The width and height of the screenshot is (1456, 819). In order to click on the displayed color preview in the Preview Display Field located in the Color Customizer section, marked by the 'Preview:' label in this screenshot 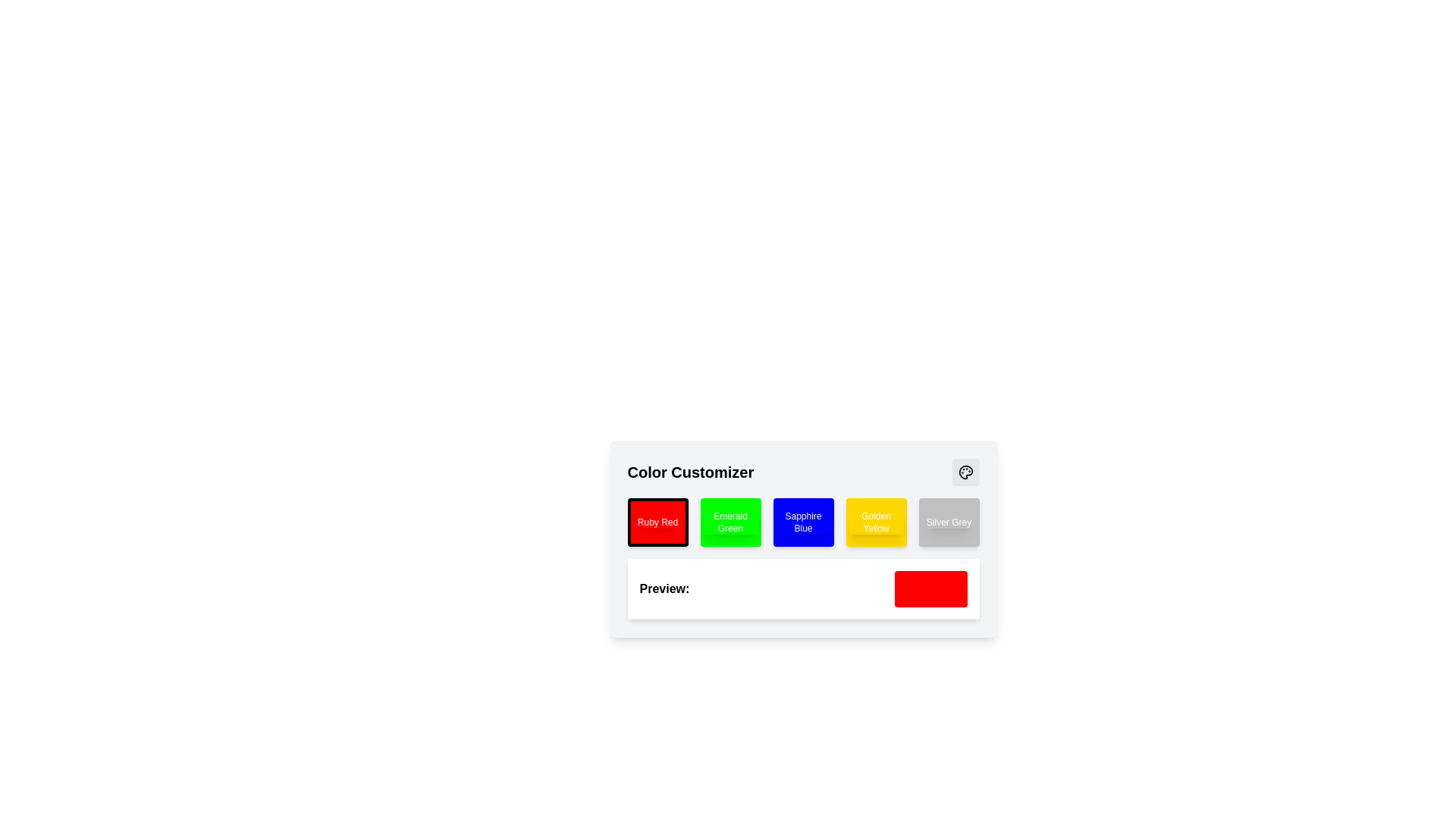, I will do `click(802, 558)`.